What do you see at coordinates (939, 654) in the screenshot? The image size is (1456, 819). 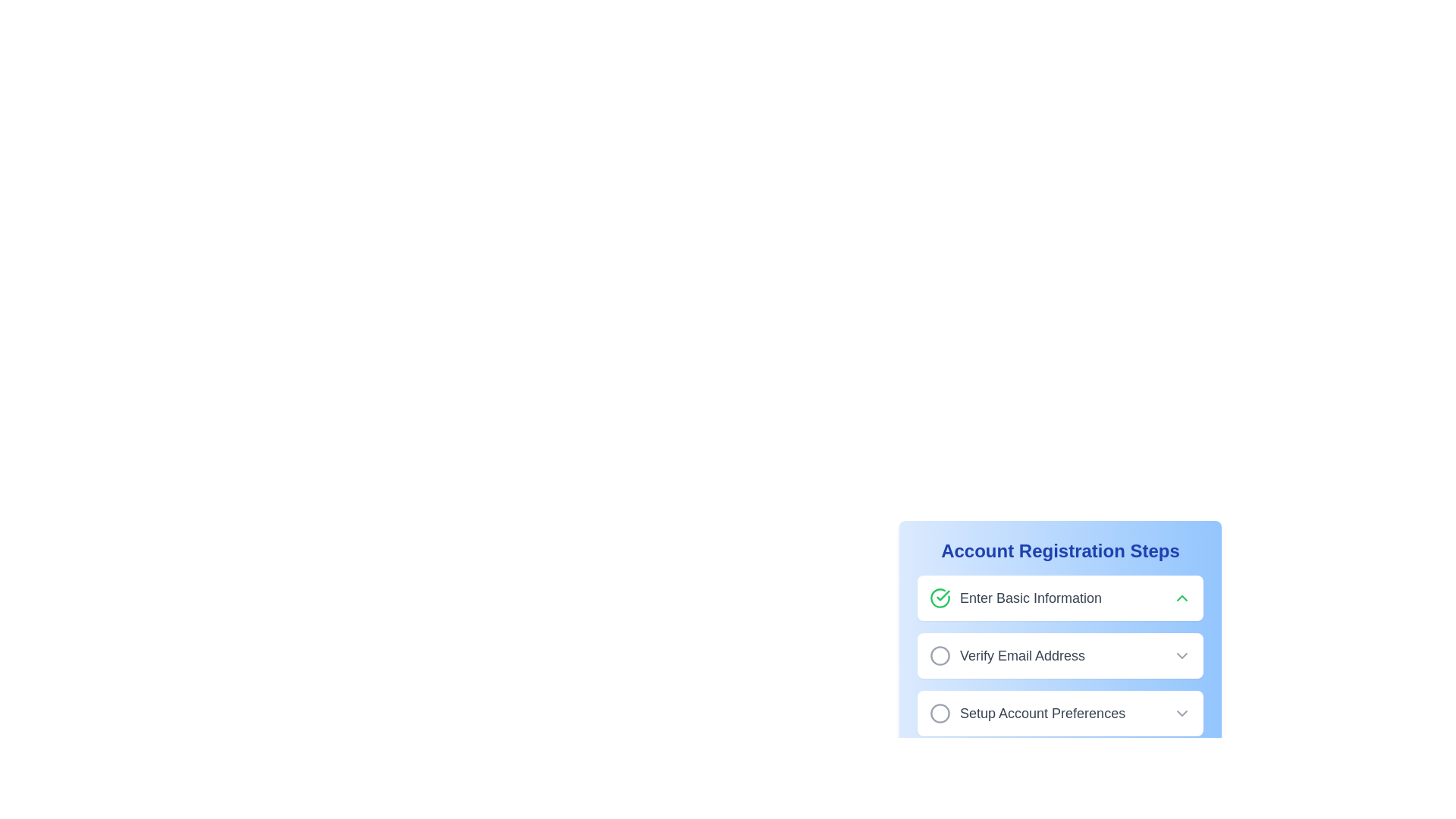 I see `the 'Verify Email Address' icon located in the middle-left portion of the 'Account Registration Steps' card, which is below the 'Enter Basic Information' step and above the 'Setup Account Preferences' step` at bounding box center [939, 654].